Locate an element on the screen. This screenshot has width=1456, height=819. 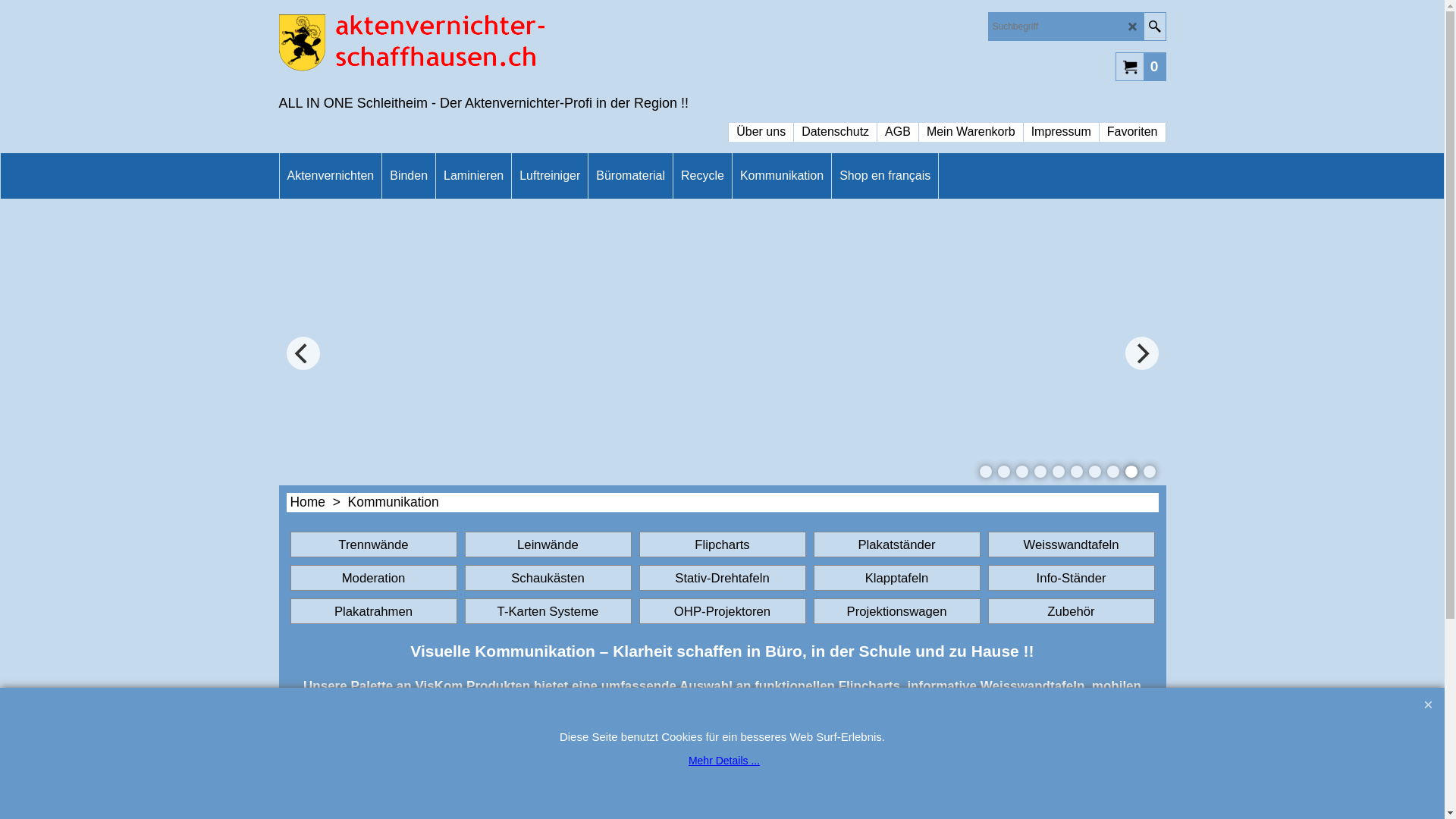
'0' is located at coordinates (1141, 65).